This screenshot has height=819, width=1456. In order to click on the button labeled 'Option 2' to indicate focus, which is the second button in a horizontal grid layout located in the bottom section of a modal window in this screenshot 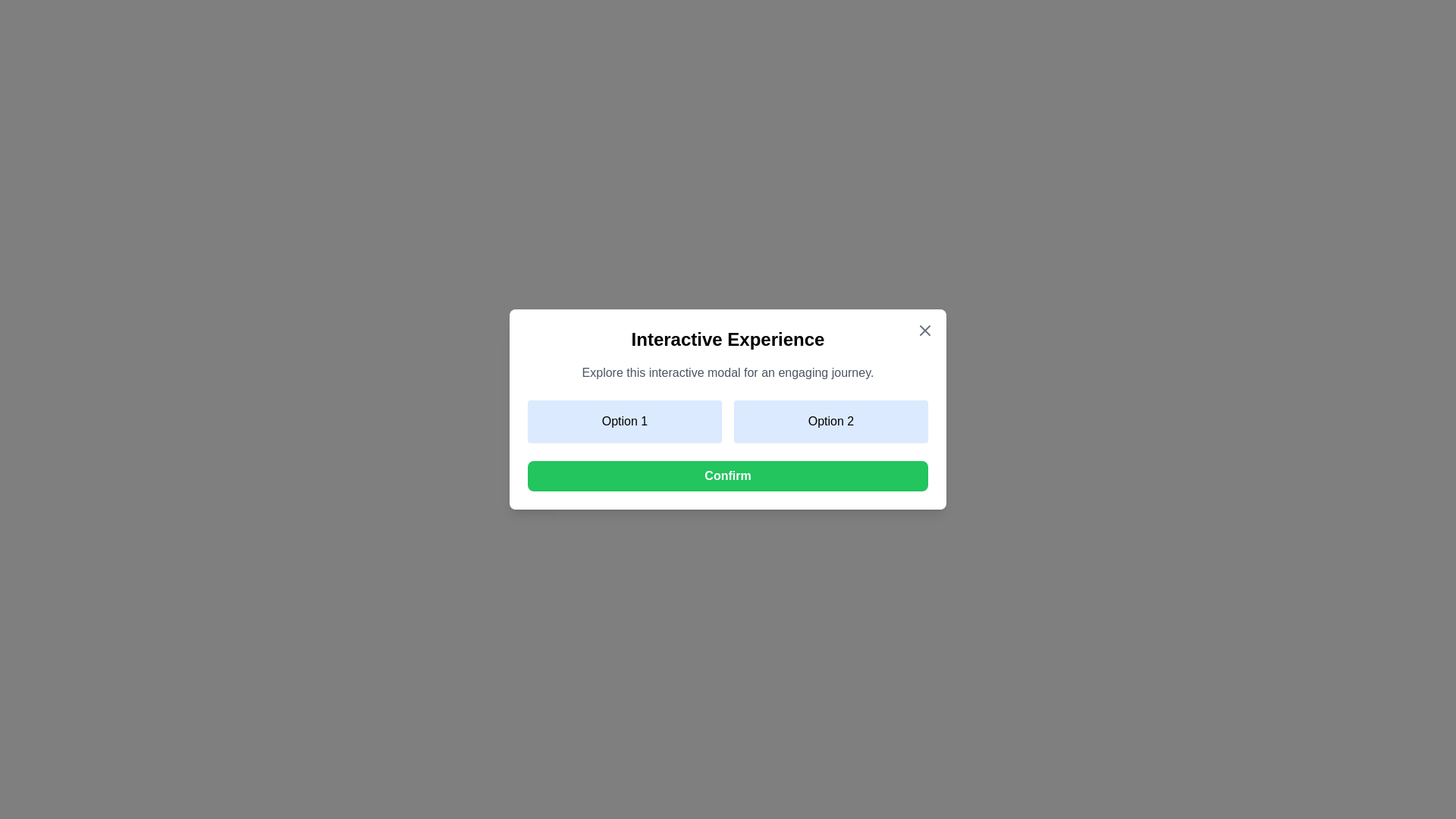, I will do `click(830, 421)`.